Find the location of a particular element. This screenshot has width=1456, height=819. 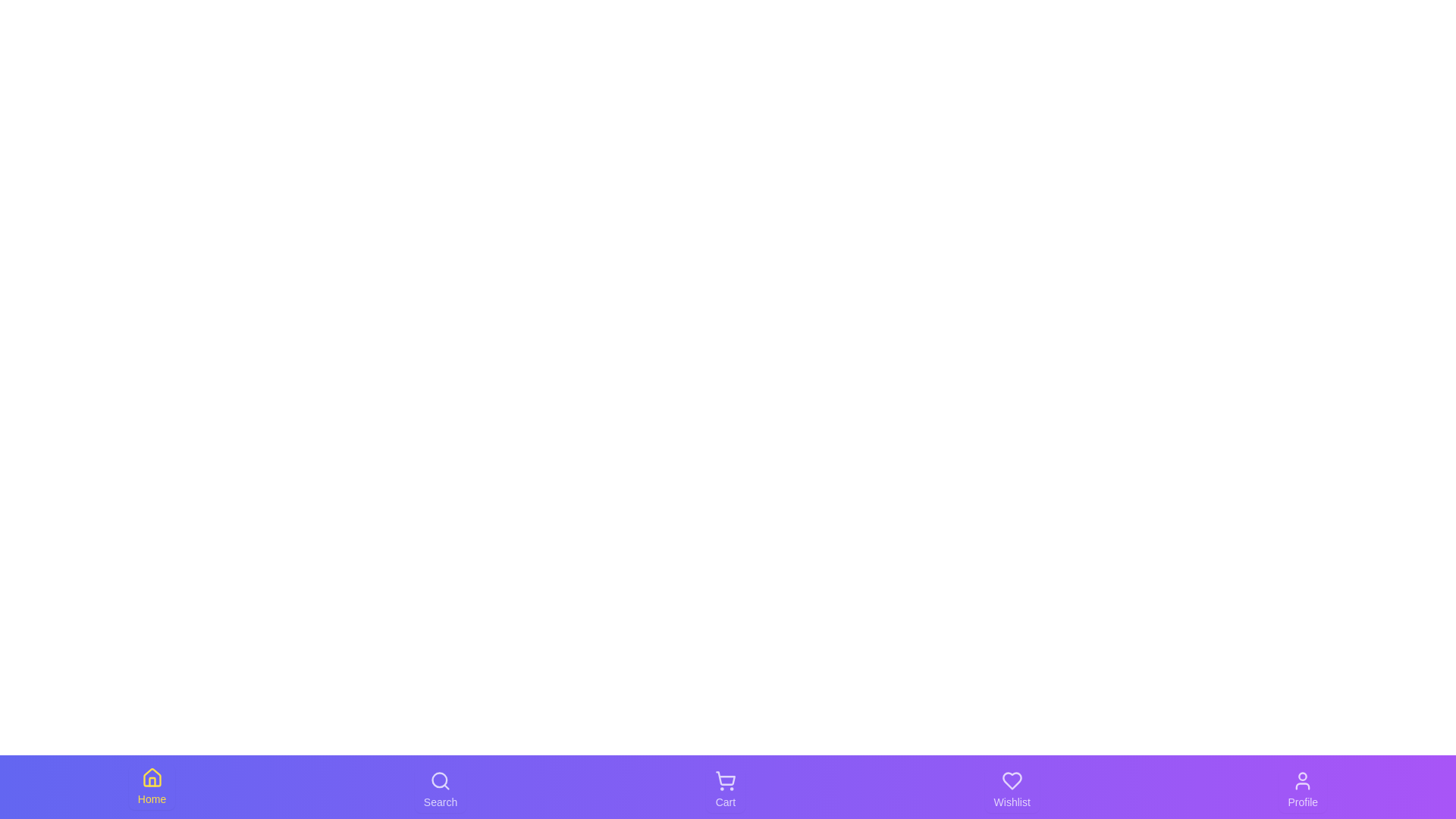

the tab corresponding to Home to switch to that section is located at coordinates (152, 786).